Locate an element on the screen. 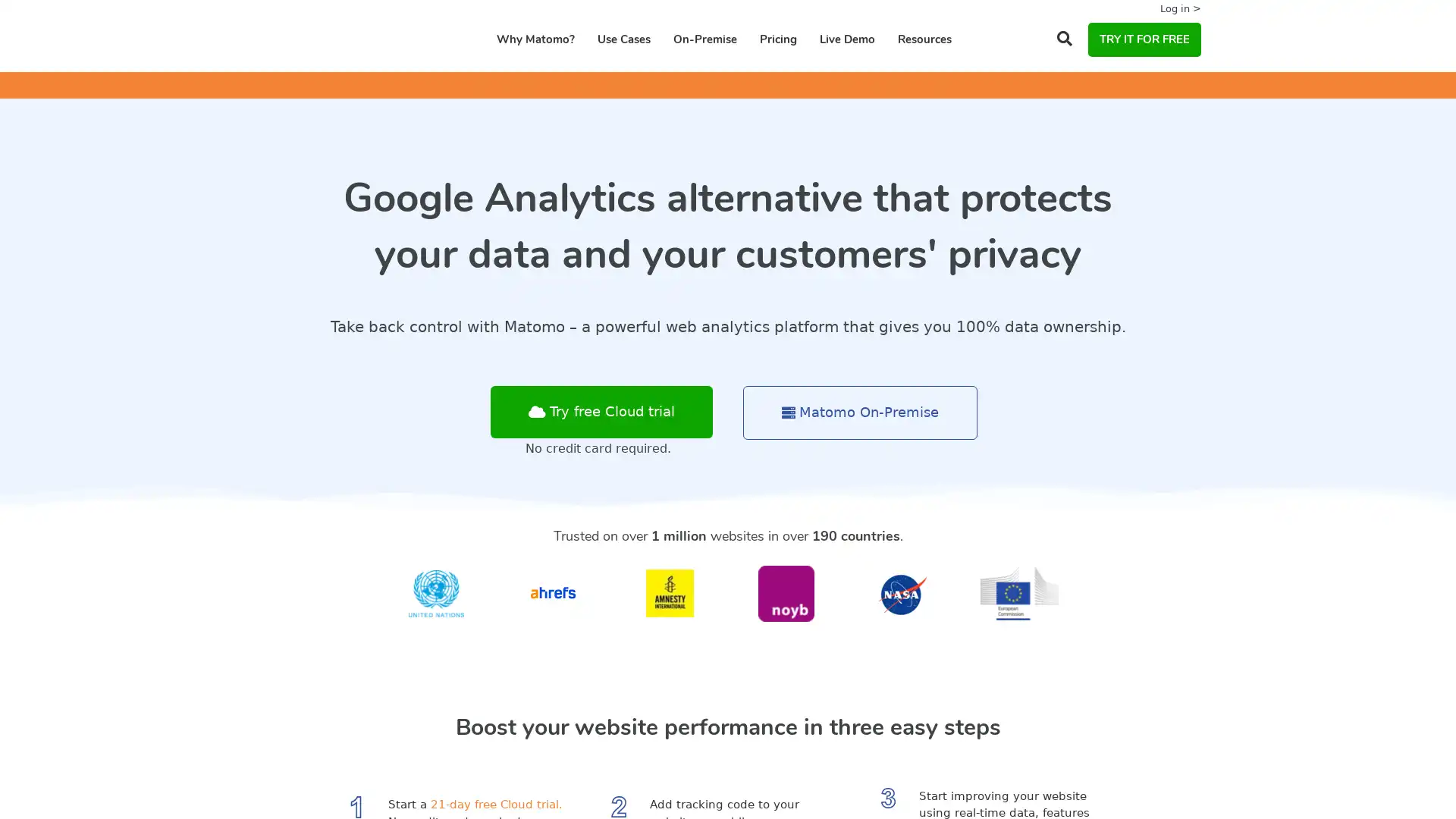  Matomo On-Premise is located at coordinates (860, 413).